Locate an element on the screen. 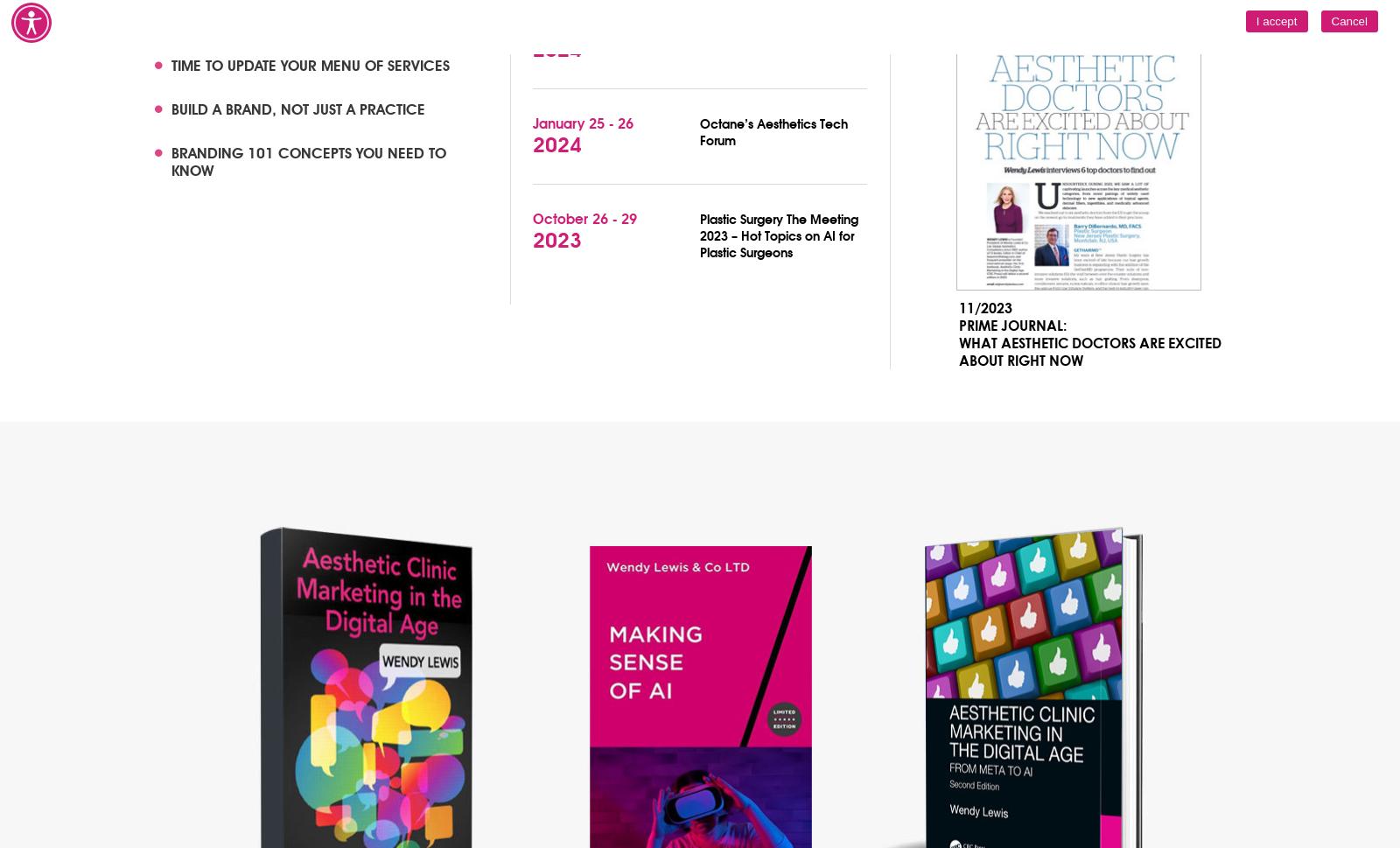  'Plastic Surgery The Meeting 2023 – Hot Topics on AI for Plastic Surgeons' is located at coordinates (777, 235).